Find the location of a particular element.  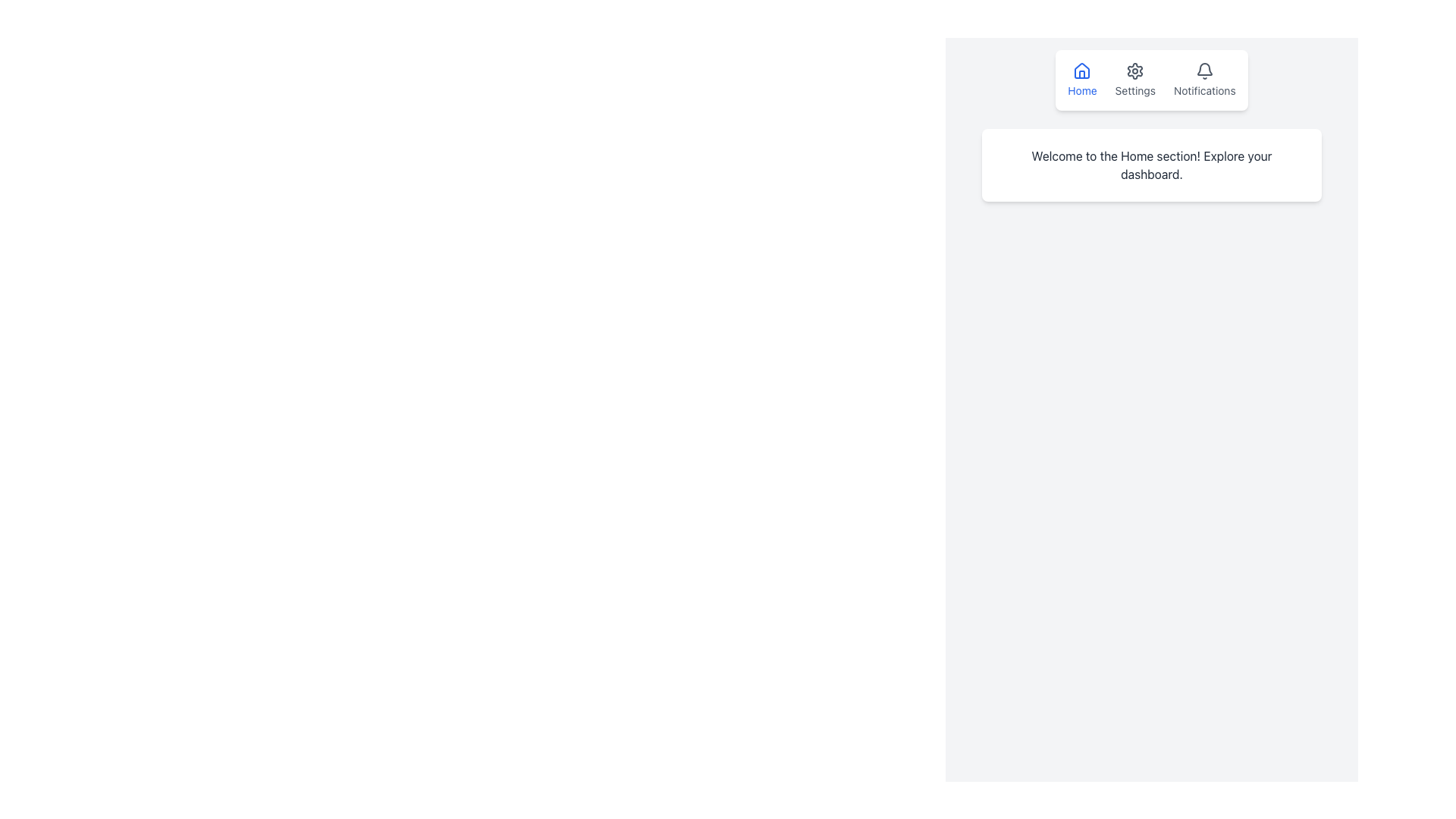

the text label that indicates the Notifications section, positioned below the bell icon is located at coordinates (1203, 90).